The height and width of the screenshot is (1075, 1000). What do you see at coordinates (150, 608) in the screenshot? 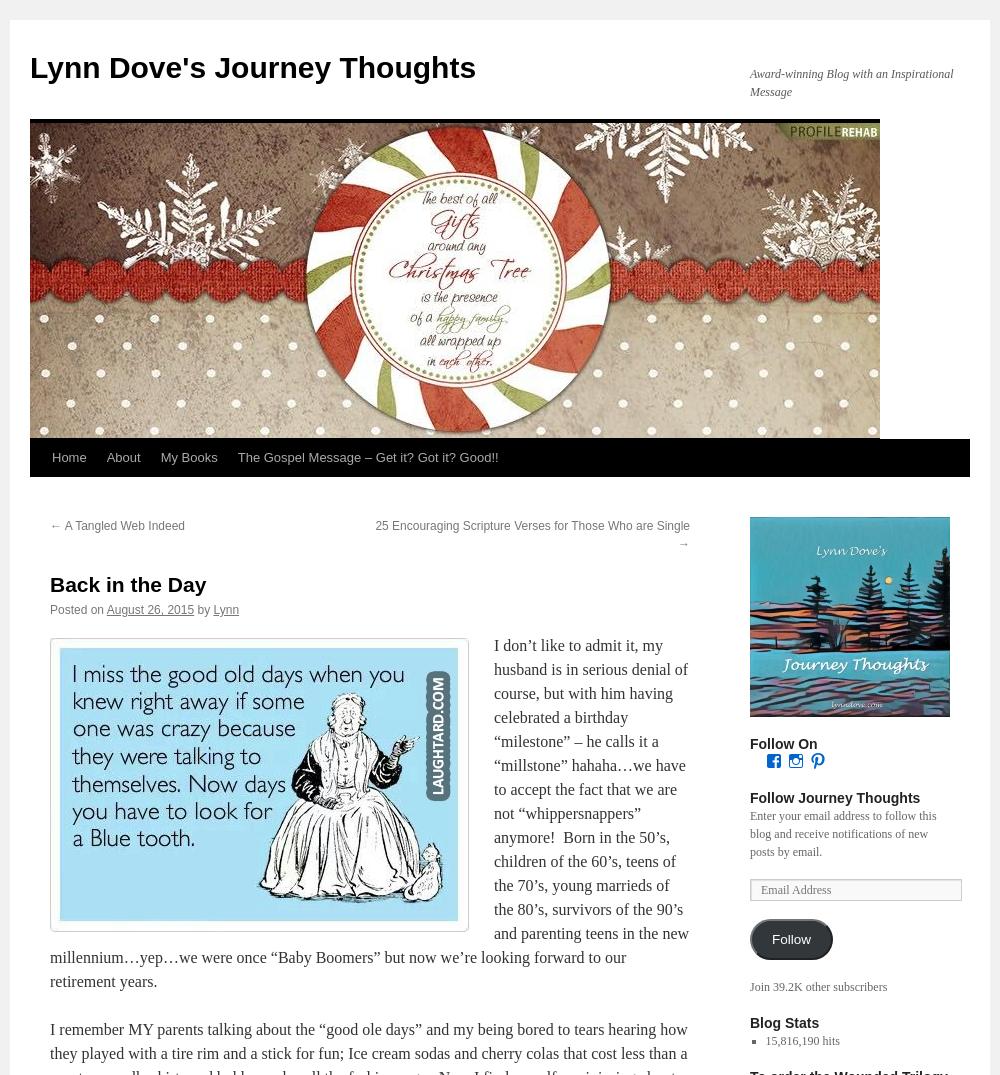
I see `'August 26, 2015'` at bounding box center [150, 608].